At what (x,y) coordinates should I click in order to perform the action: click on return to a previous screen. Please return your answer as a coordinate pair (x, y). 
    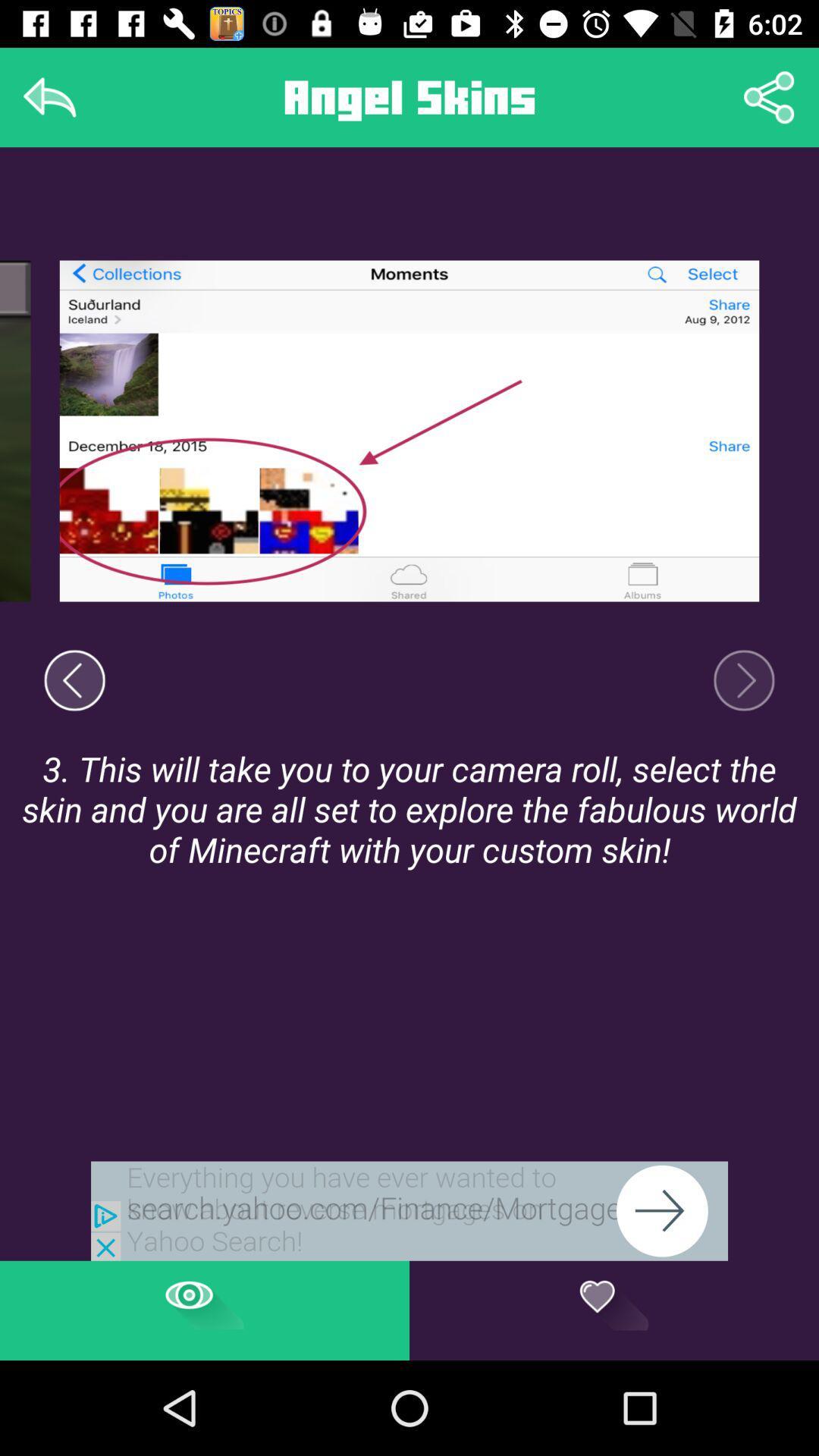
    Looking at the image, I should click on (74, 679).